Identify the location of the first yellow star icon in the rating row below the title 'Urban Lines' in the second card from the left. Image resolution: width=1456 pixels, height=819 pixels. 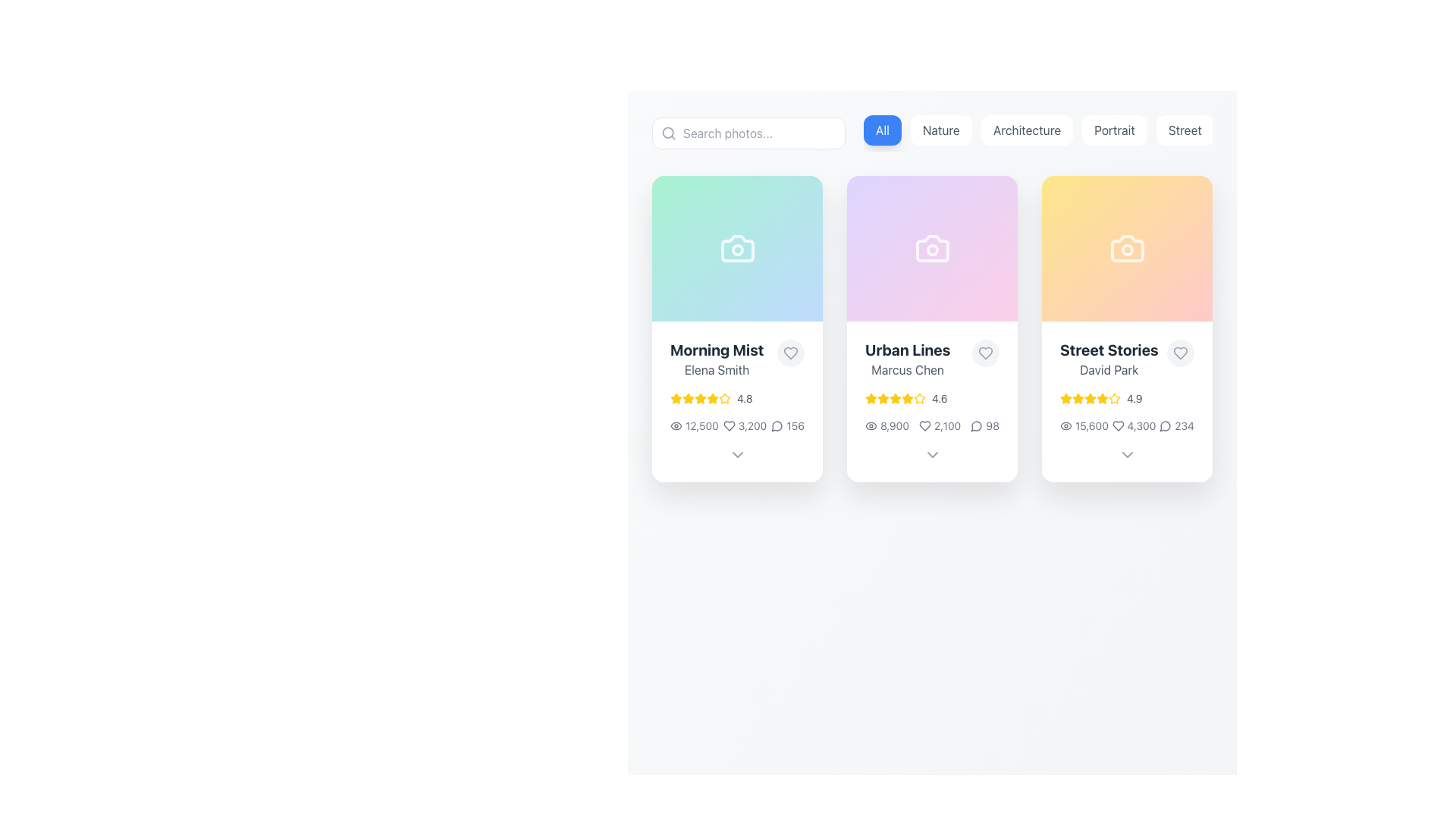
(871, 397).